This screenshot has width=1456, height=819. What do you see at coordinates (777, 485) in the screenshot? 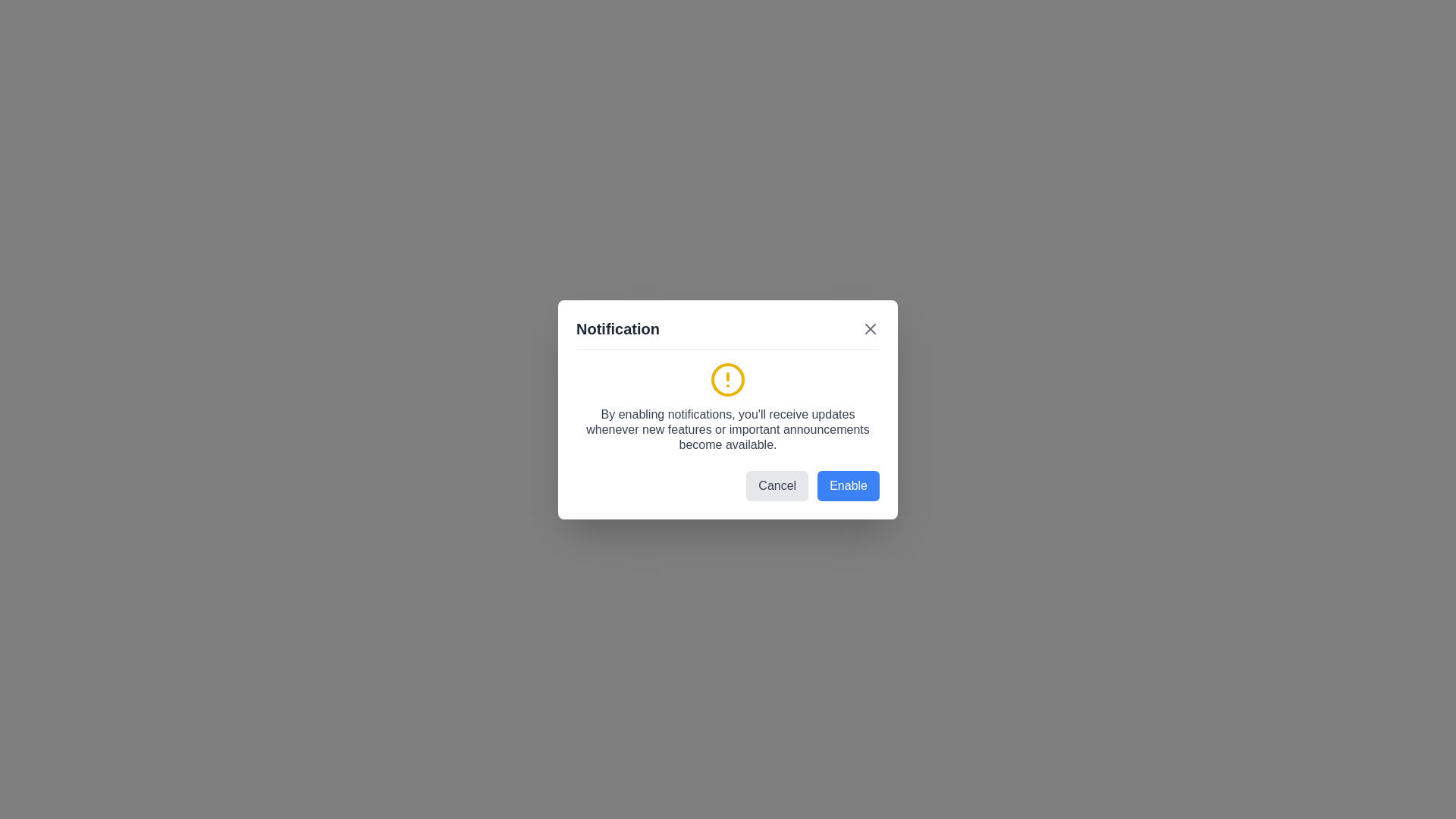
I see `the 'Cancel' button to dismiss the dialog` at bounding box center [777, 485].